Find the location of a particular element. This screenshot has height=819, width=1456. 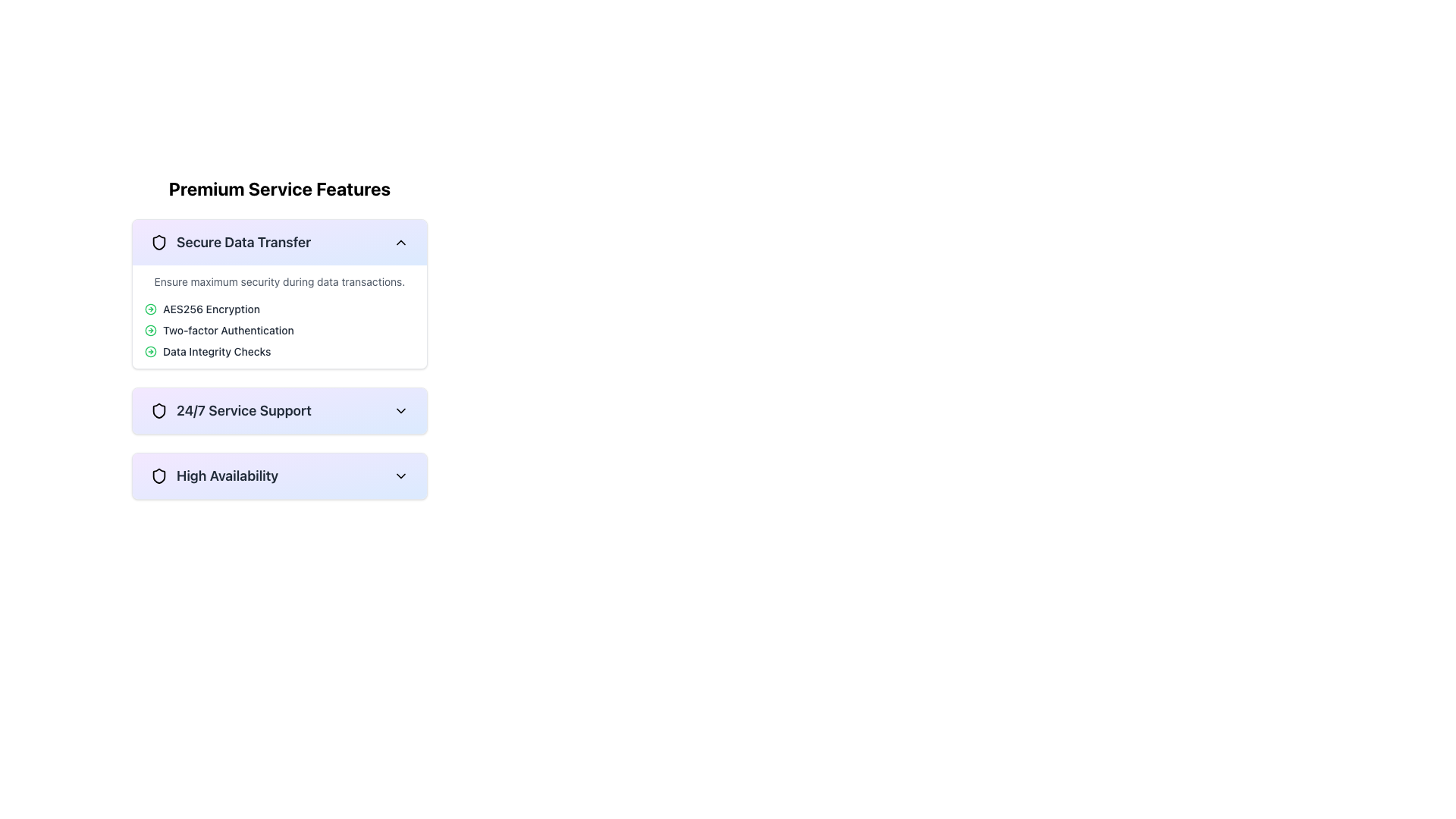

the decorative icon representing the 'High Availability' section, located to the left of the text label is located at coordinates (159, 475).